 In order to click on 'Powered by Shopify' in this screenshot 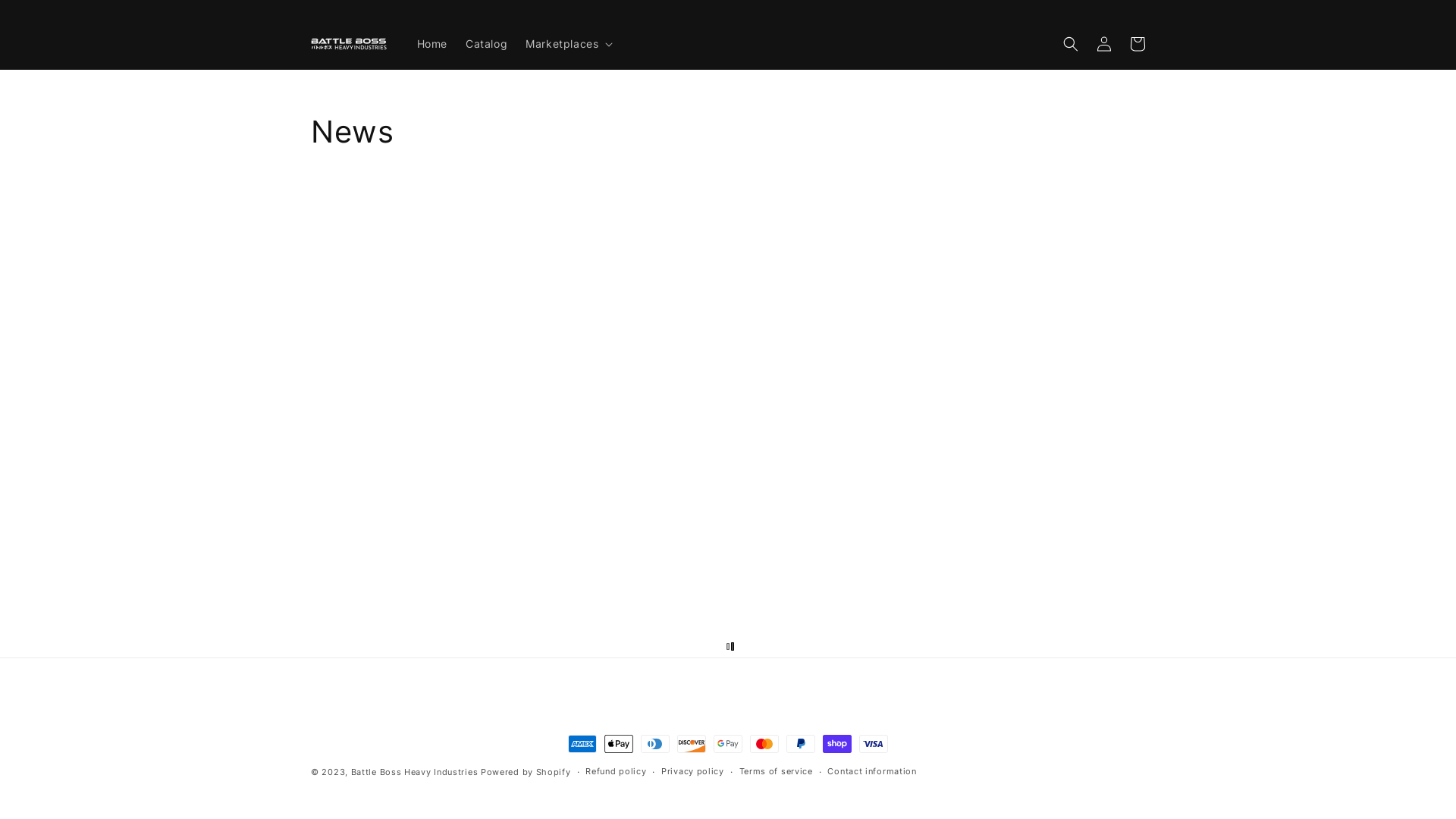, I will do `click(526, 772)`.